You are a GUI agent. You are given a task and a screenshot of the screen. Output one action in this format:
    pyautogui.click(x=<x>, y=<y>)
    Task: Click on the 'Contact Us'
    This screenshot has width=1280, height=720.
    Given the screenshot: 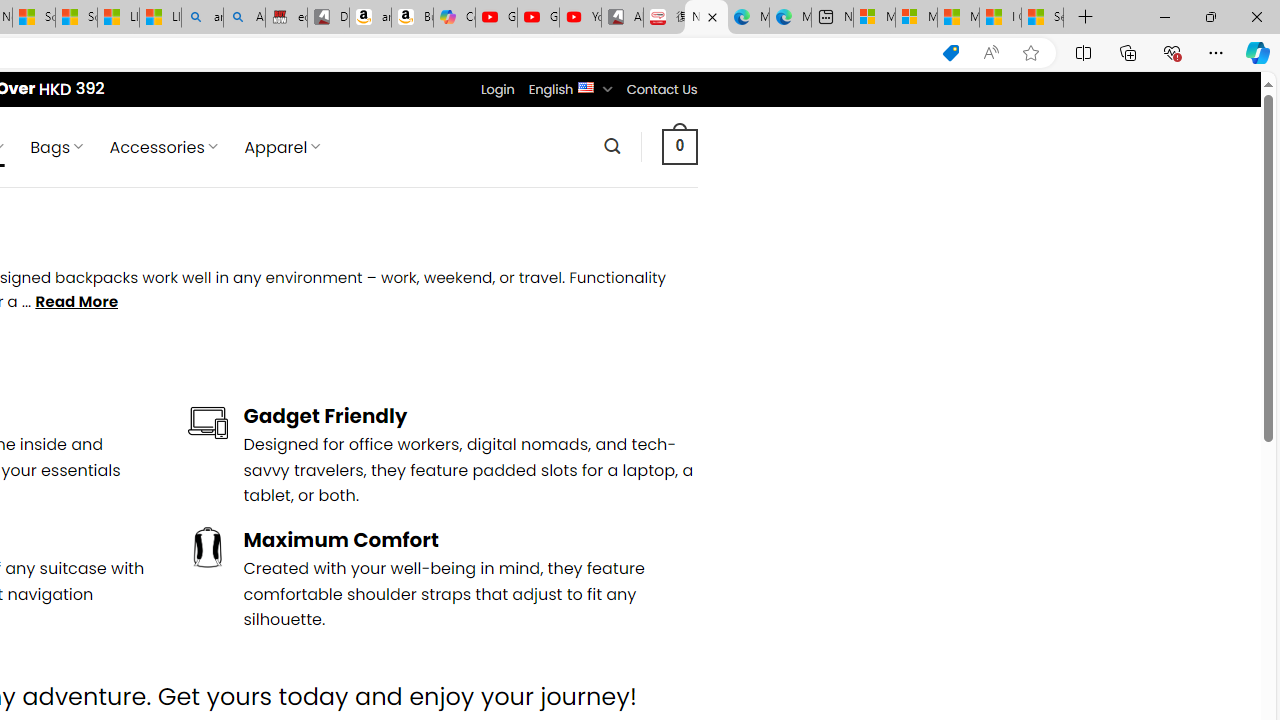 What is the action you would take?
    pyautogui.click(x=661, y=88)
    